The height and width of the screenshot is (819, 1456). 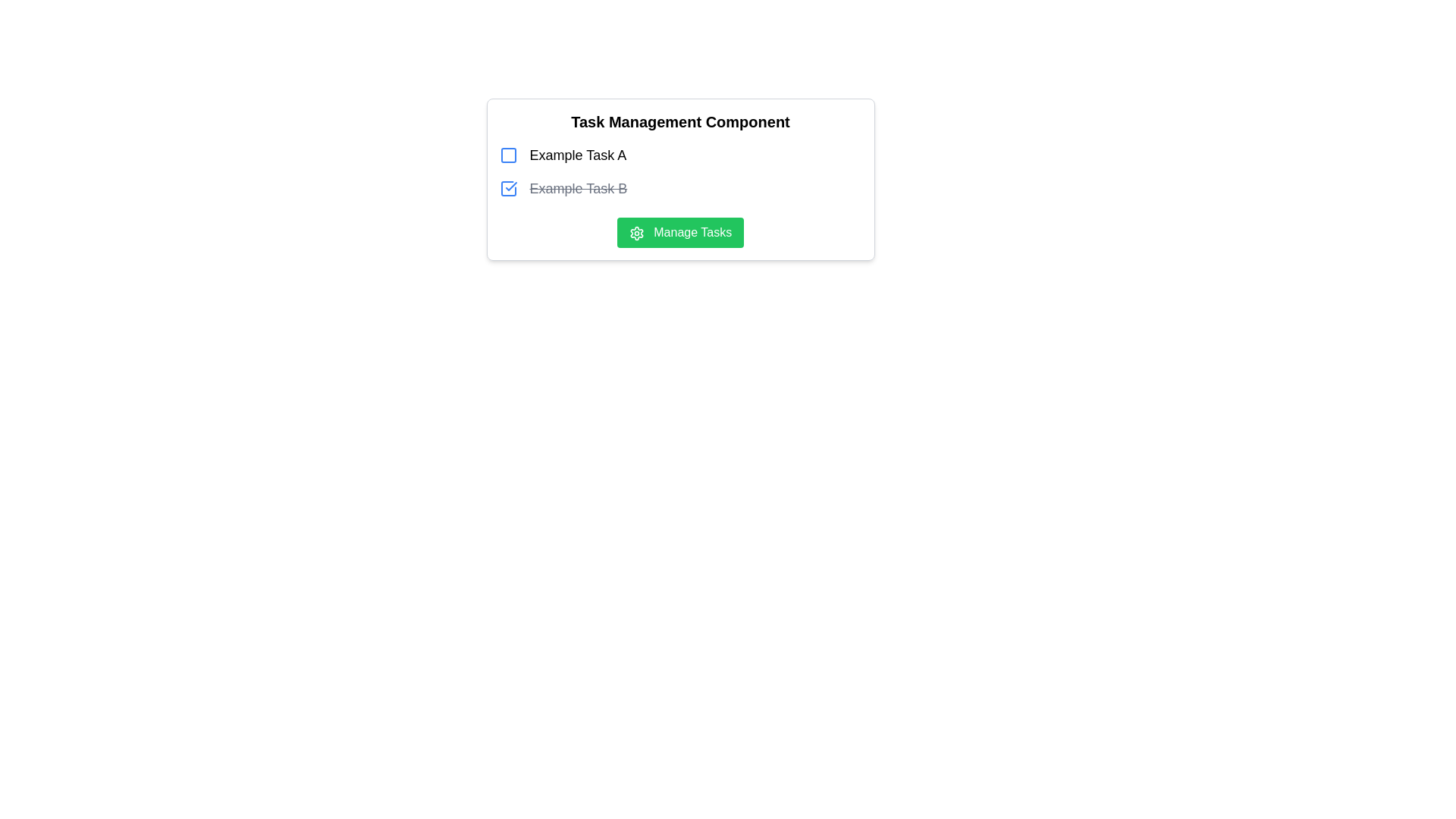 What do you see at coordinates (679, 155) in the screenshot?
I see `the checkbox of the first task item labeled 'Example Task A' to mark it as completed` at bounding box center [679, 155].